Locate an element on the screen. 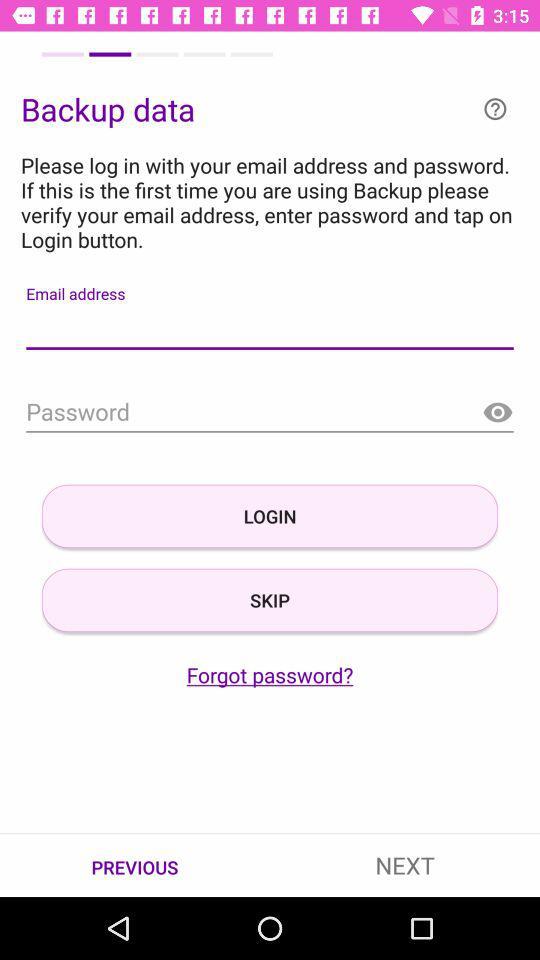  password is located at coordinates (270, 412).